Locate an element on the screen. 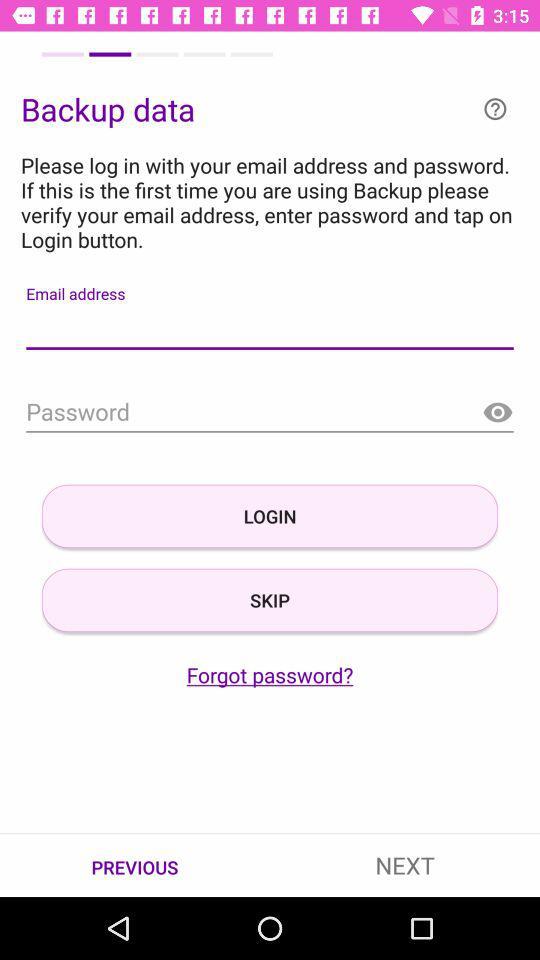  password is located at coordinates (270, 412).